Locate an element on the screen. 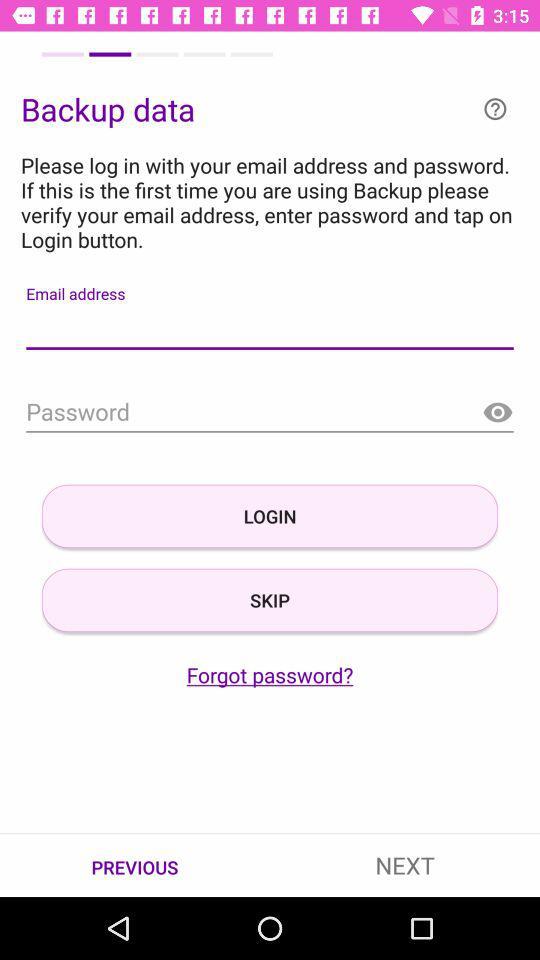  password is located at coordinates (270, 412).